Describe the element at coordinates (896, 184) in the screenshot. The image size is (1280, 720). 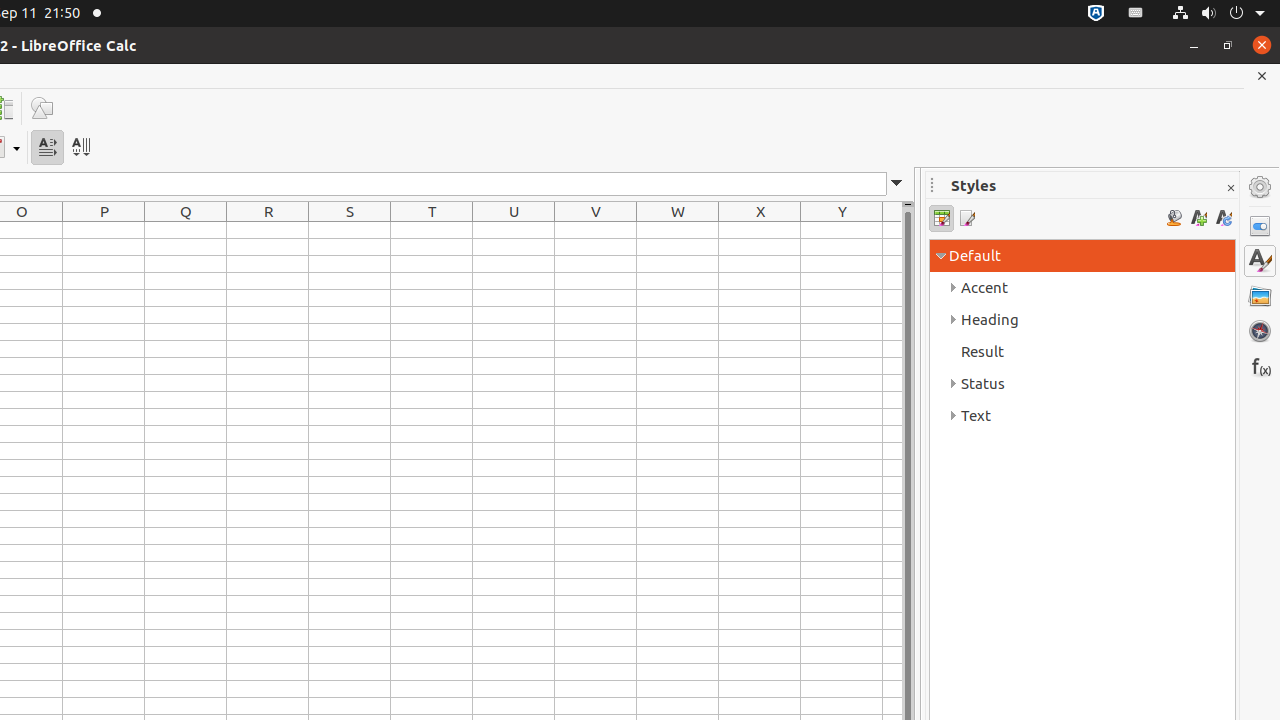
I see `'Expand Formula Bar'` at that location.